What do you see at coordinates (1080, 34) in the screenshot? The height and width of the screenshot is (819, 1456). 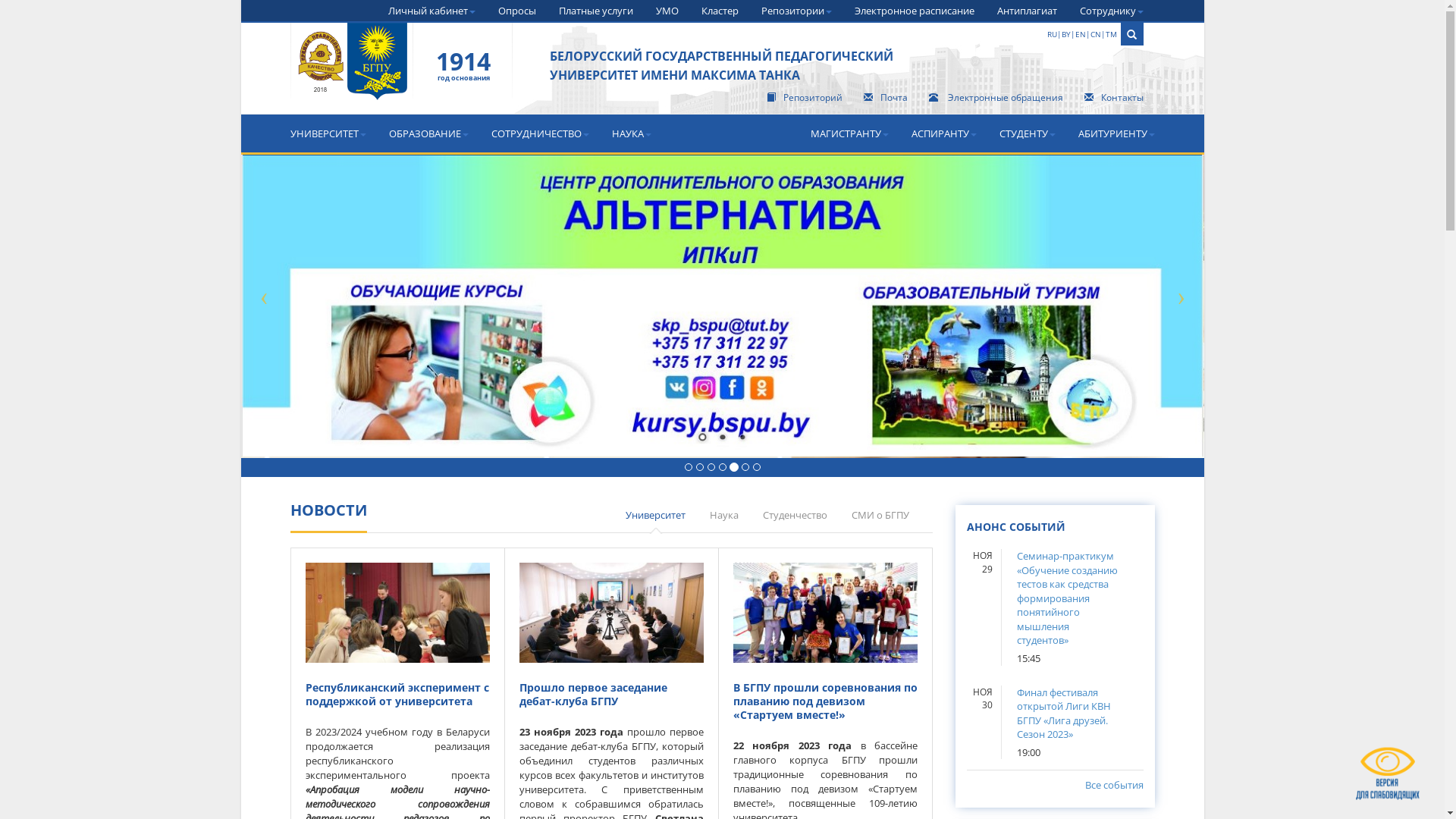 I see `'EN'` at bounding box center [1080, 34].